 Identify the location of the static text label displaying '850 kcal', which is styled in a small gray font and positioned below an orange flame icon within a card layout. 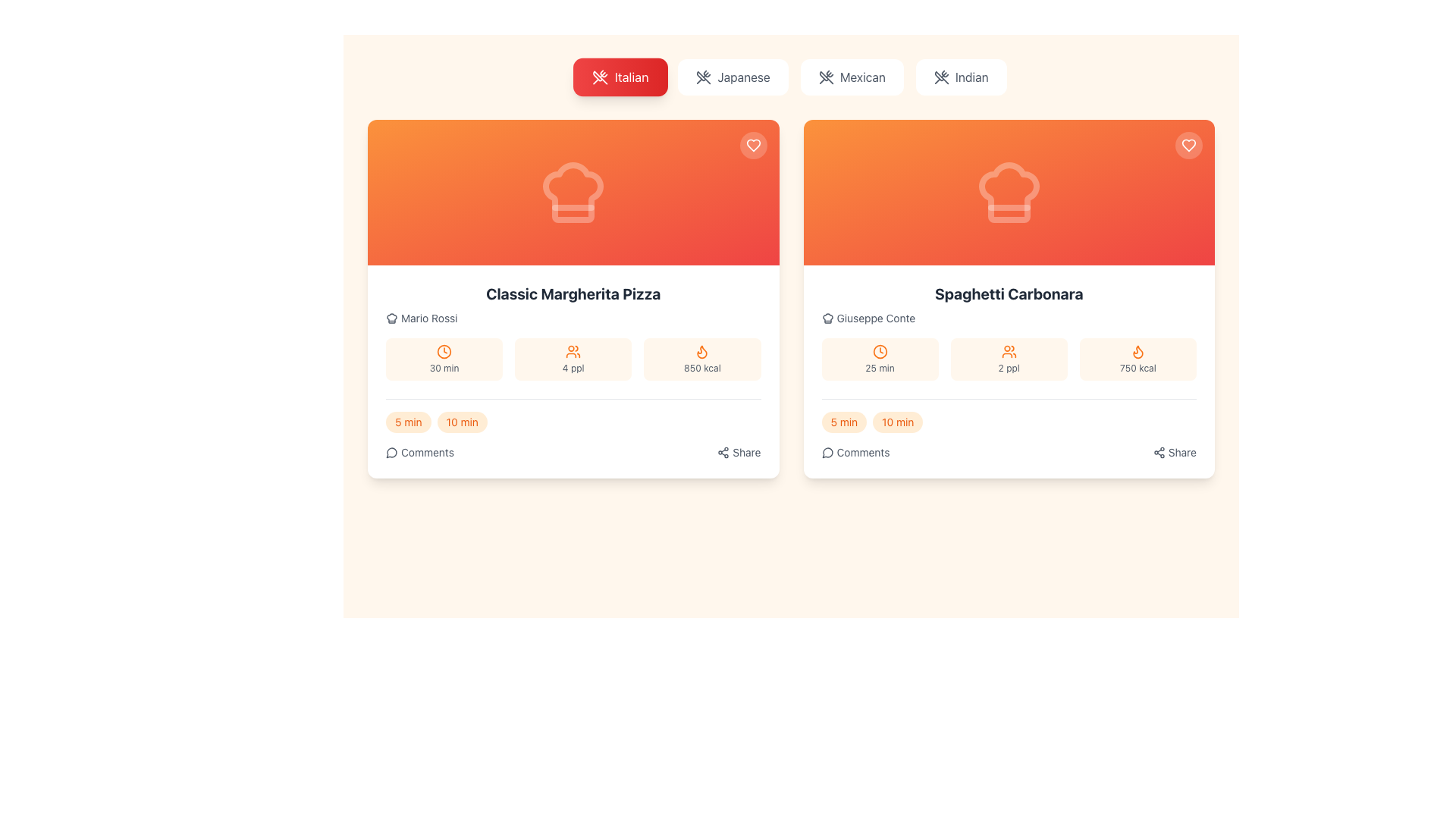
(701, 369).